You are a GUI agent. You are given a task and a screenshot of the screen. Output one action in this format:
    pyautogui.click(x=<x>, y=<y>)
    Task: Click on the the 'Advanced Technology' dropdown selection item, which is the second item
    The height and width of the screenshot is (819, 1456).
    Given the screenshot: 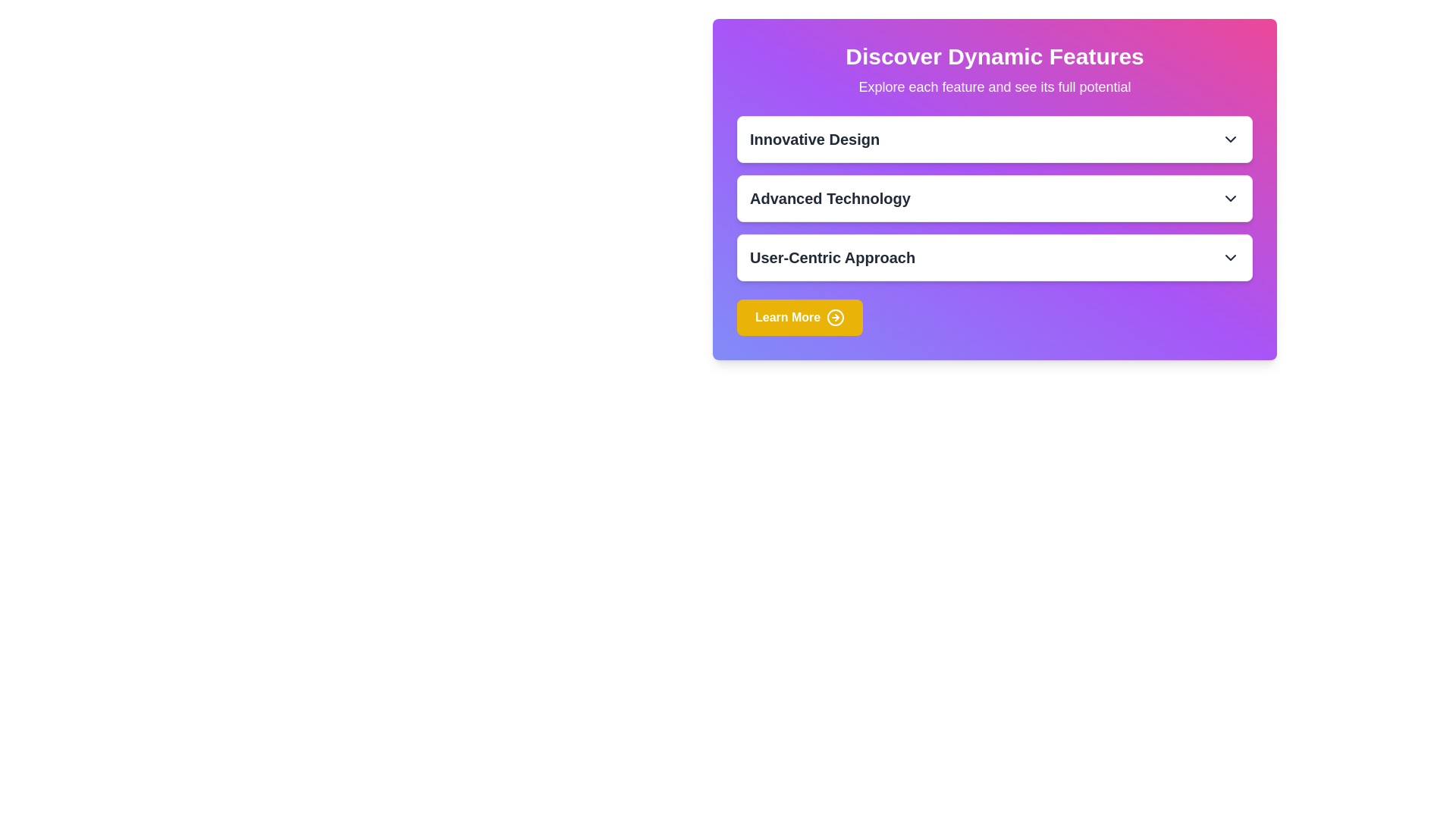 What is the action you would take?
    pyautogui.click(x=994, y=198)
    